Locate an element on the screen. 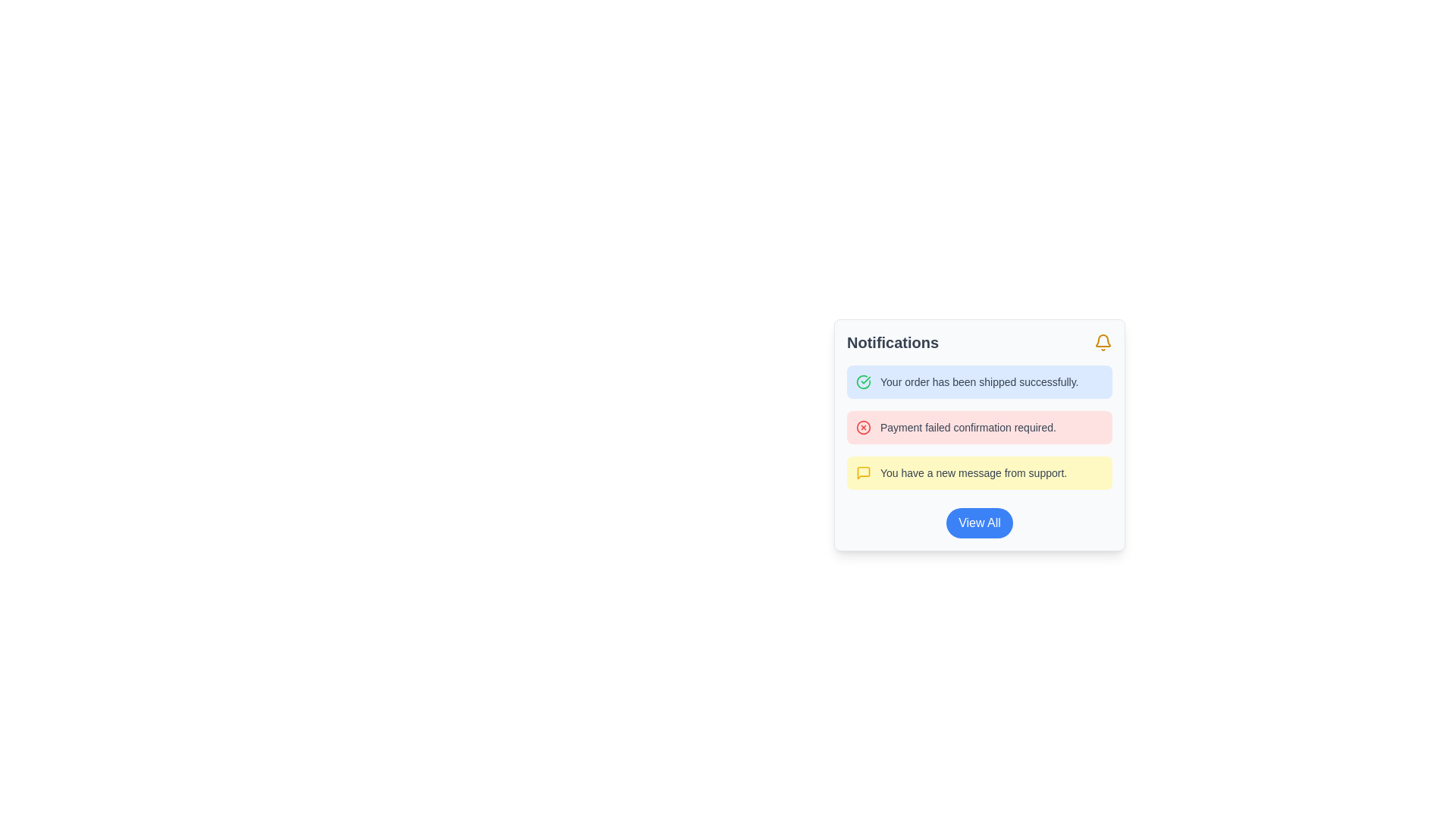 The image size is (1456, 819). the Decorative Circular Shape which has a red stroke indicating a payment failure within the notification list is located at coordinates (863, 427).